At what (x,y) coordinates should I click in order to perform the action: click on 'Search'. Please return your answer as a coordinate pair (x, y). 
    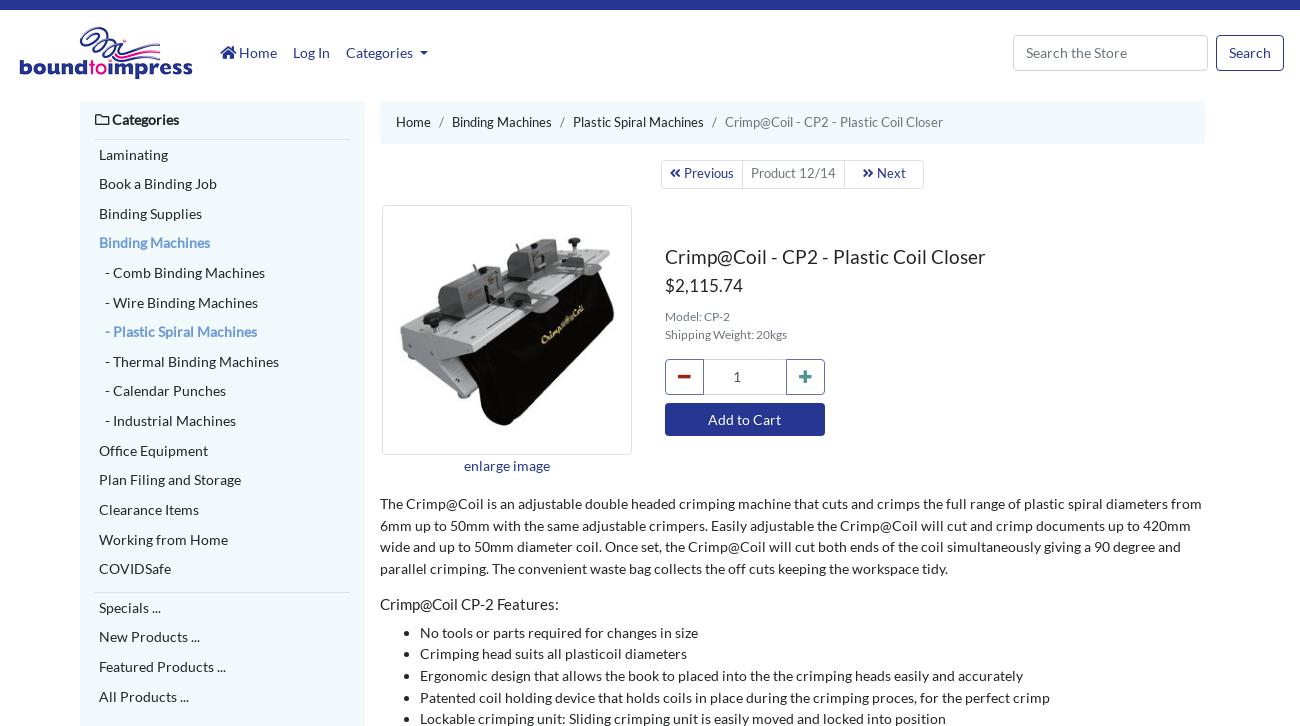
    Looking at the image, I should click on (1249, 52).